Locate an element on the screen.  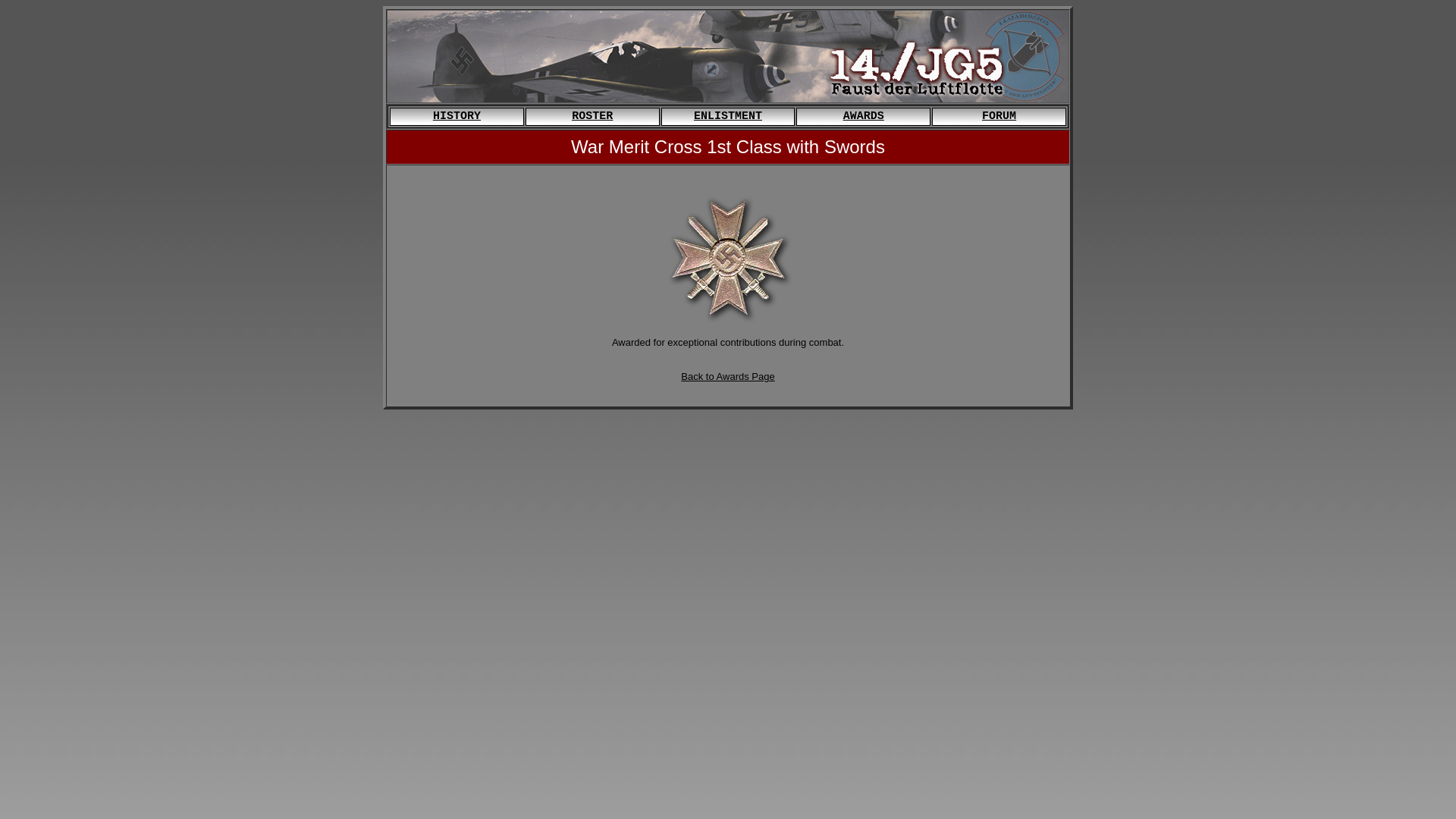
'HISTORY' is located at coordinates (456, 115).